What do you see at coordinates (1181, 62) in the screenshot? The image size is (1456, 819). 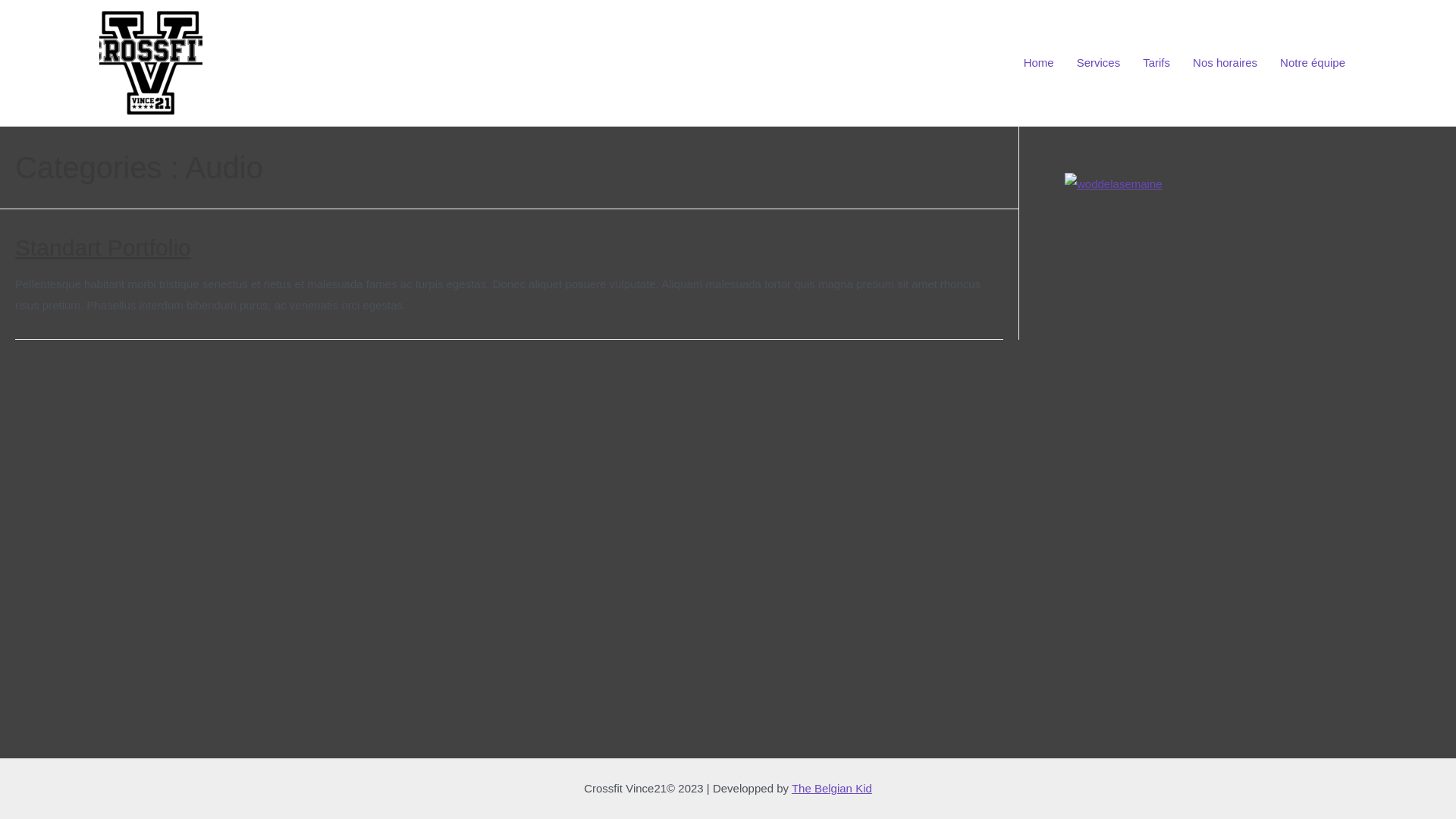 I see `'Nos horaires'` at bounding box center [1181, 62].